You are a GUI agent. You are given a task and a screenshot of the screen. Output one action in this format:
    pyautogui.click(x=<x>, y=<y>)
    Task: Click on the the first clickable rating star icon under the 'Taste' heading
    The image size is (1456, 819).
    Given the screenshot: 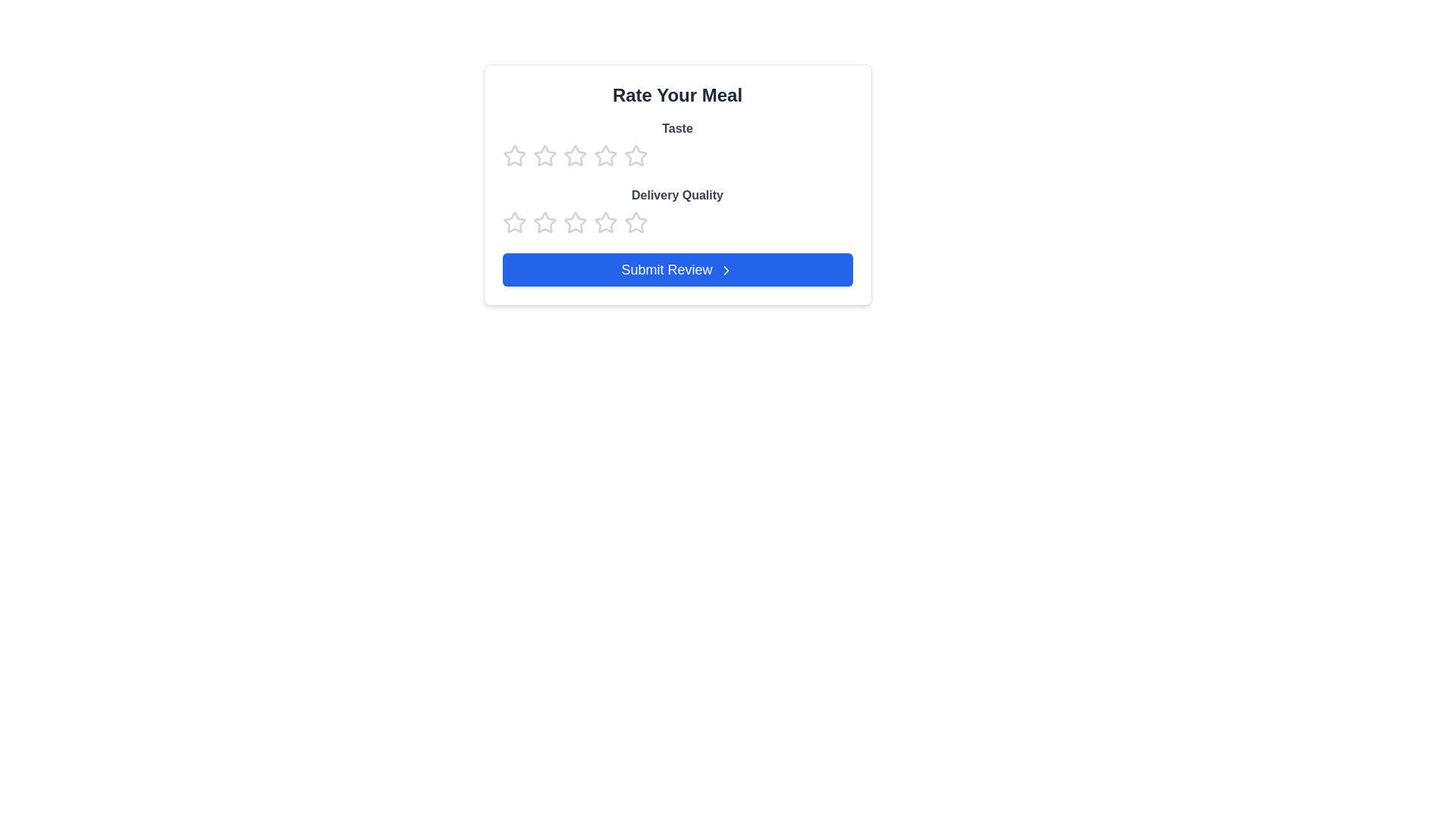 What is the action you would take?
    pyautogui.click(x=514, y=155)
    